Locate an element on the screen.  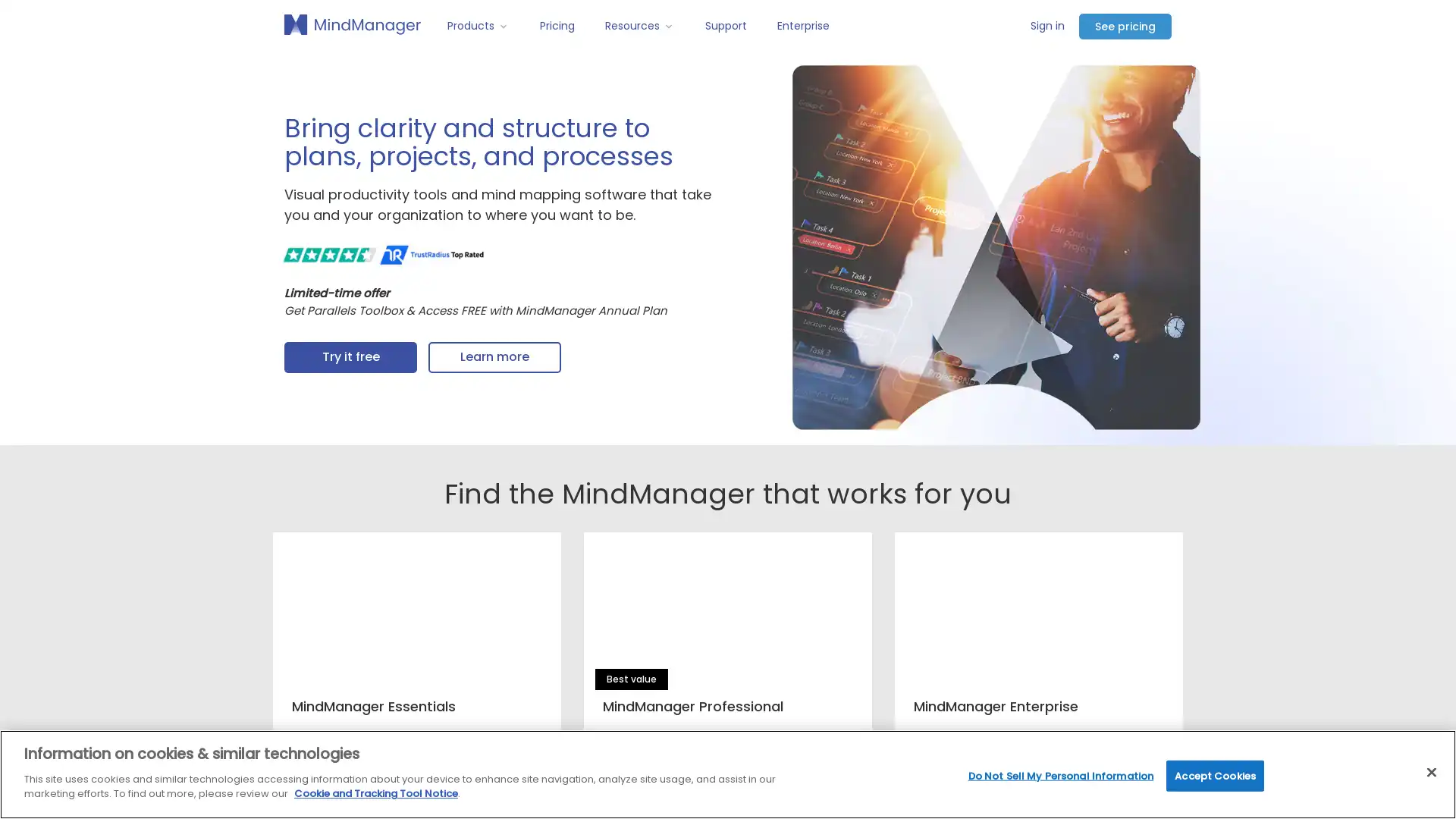
Do Not Sell My Personal Information is located at coordinates (1059, 775).